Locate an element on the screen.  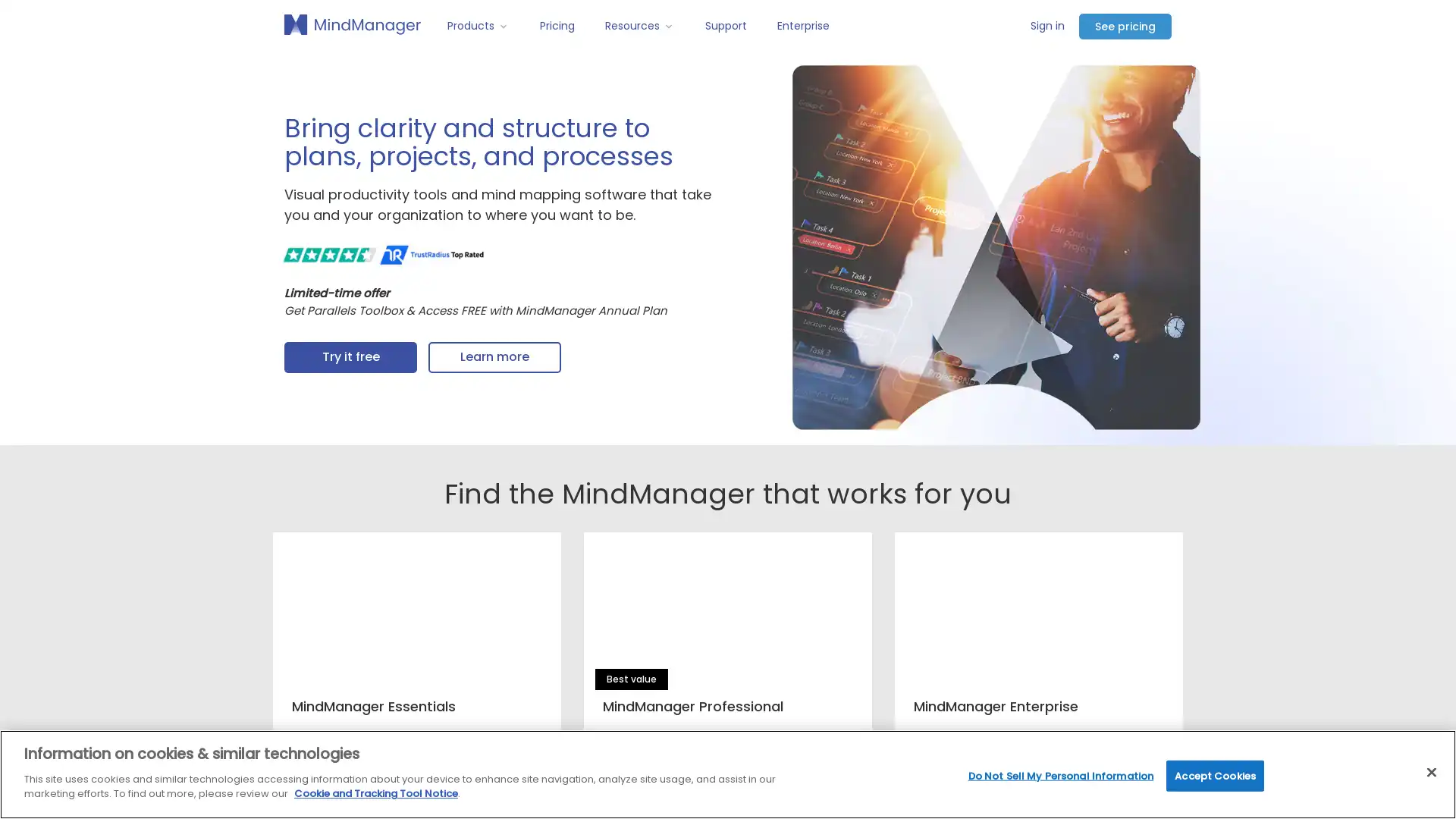
Do Not Sell My Personal Information is located at coordinates (1059, 775).